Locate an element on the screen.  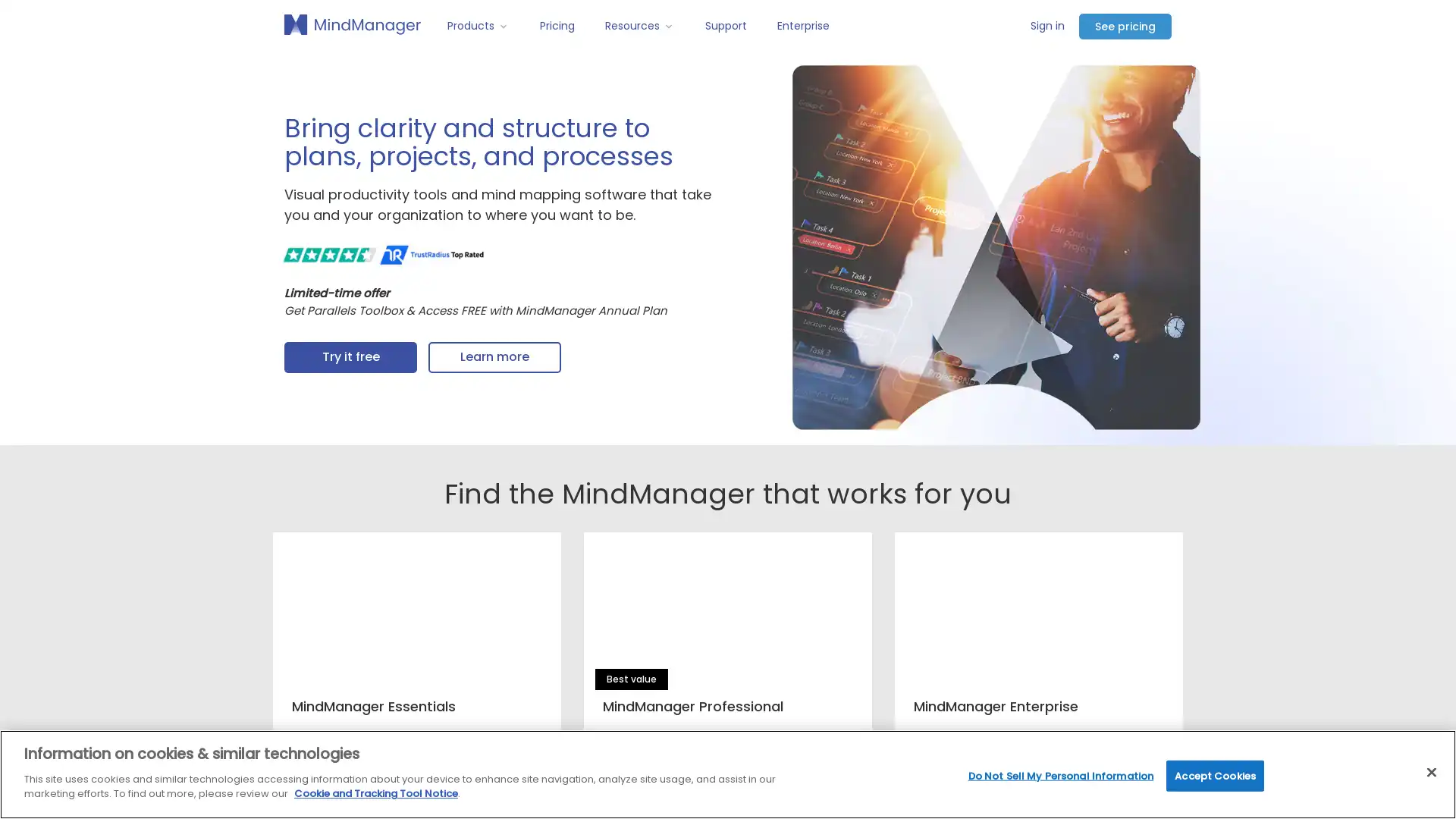
Do Not Sell My Personal Information is located at coordinates (1059, 775).